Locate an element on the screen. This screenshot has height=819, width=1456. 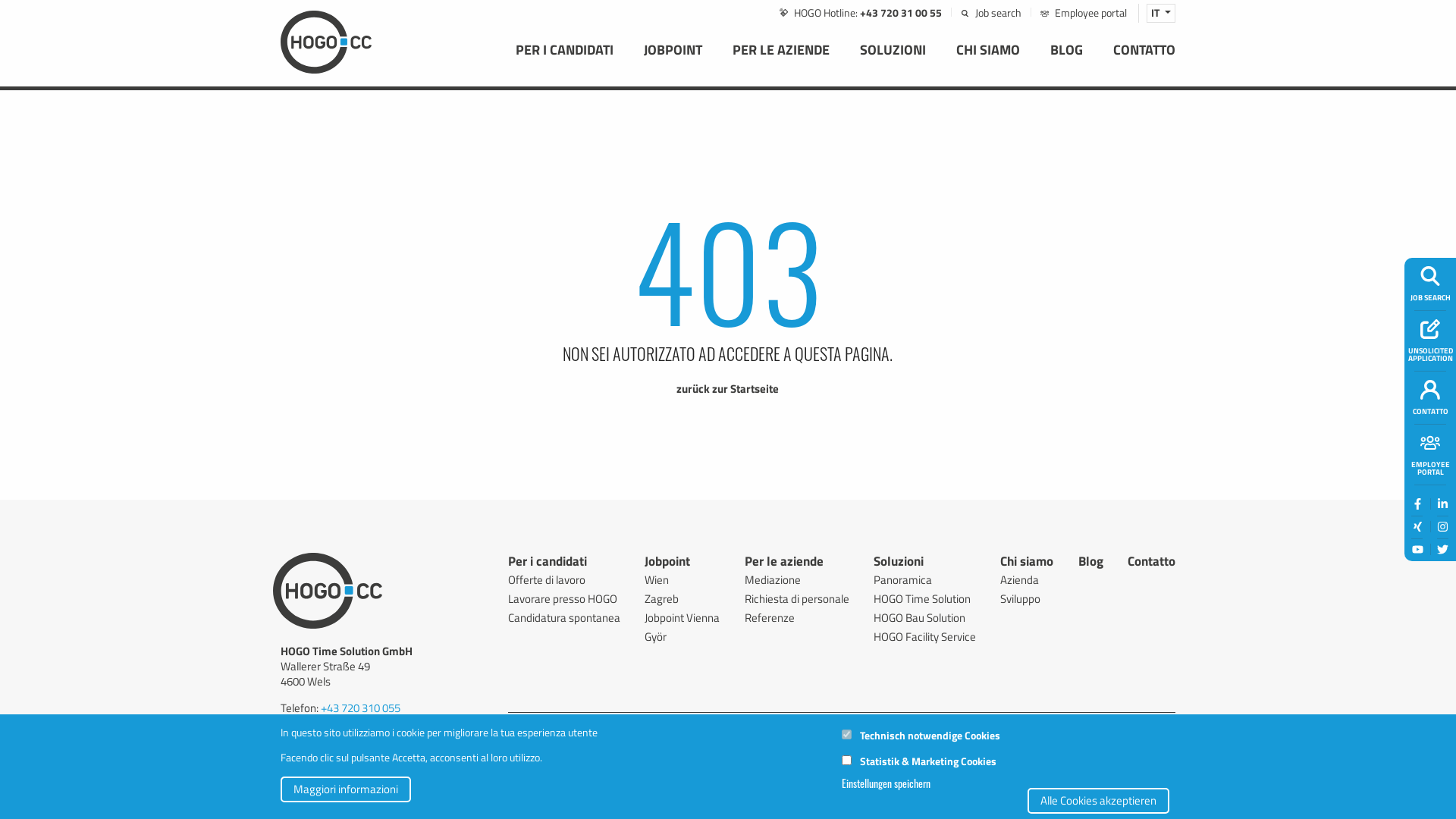
'Panoramica' is located at coordinates (924, 579).